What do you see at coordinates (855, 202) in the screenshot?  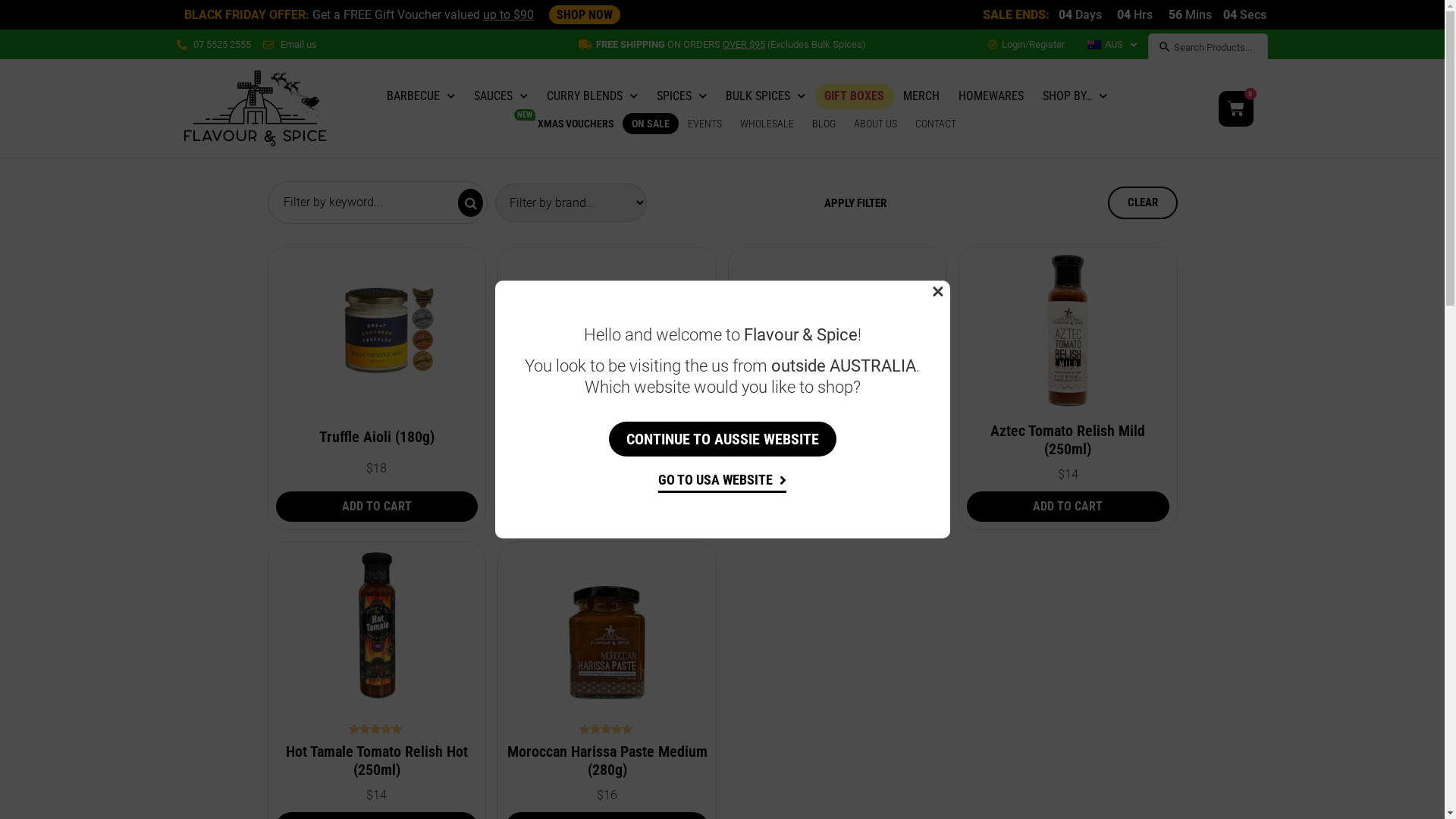 I see `'APPLY FILTER'` at bounding box center [855, 202].